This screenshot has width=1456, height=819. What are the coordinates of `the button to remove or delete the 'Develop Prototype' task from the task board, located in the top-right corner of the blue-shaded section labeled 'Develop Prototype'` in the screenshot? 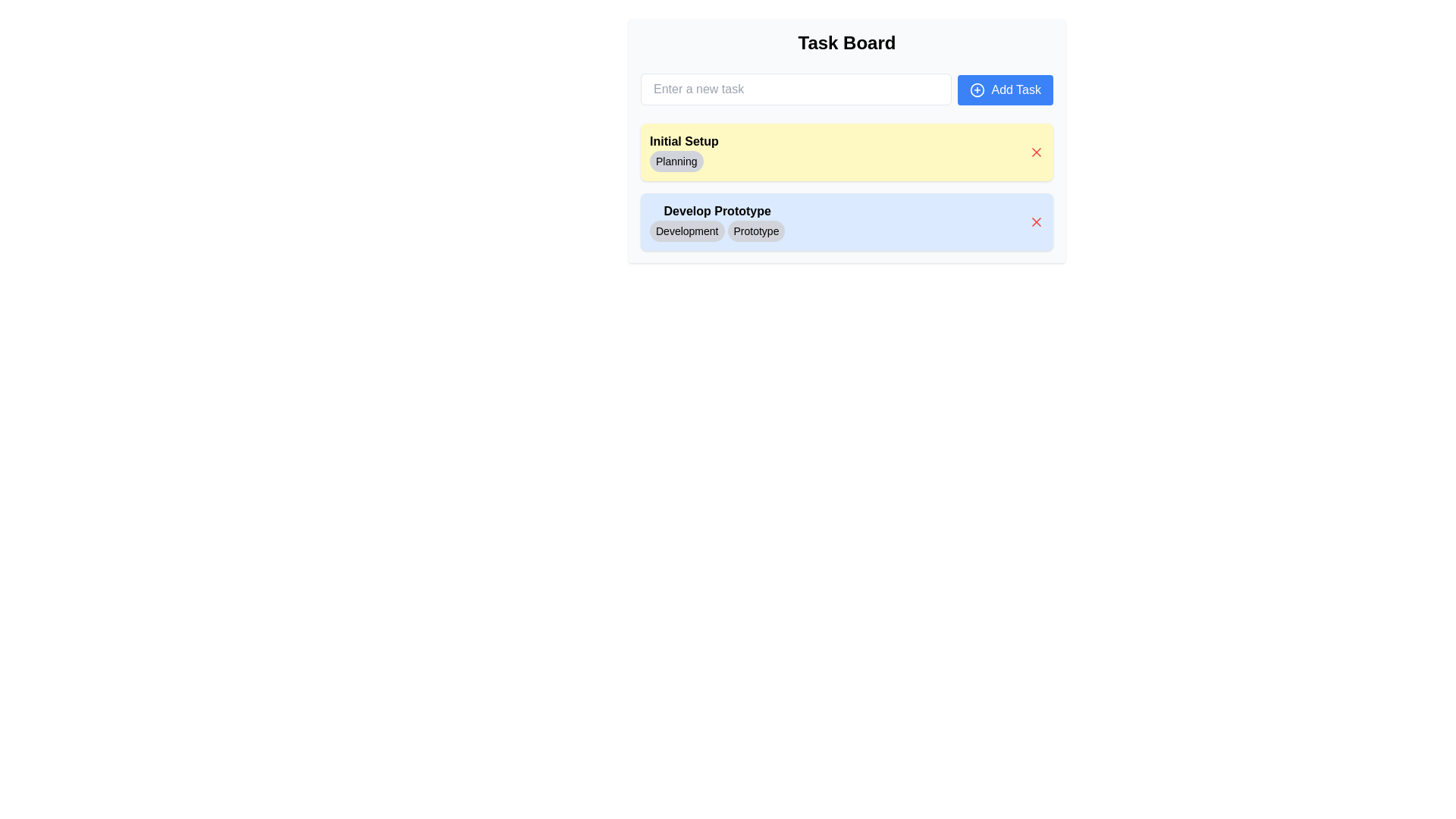 It's located at (1036, 222).